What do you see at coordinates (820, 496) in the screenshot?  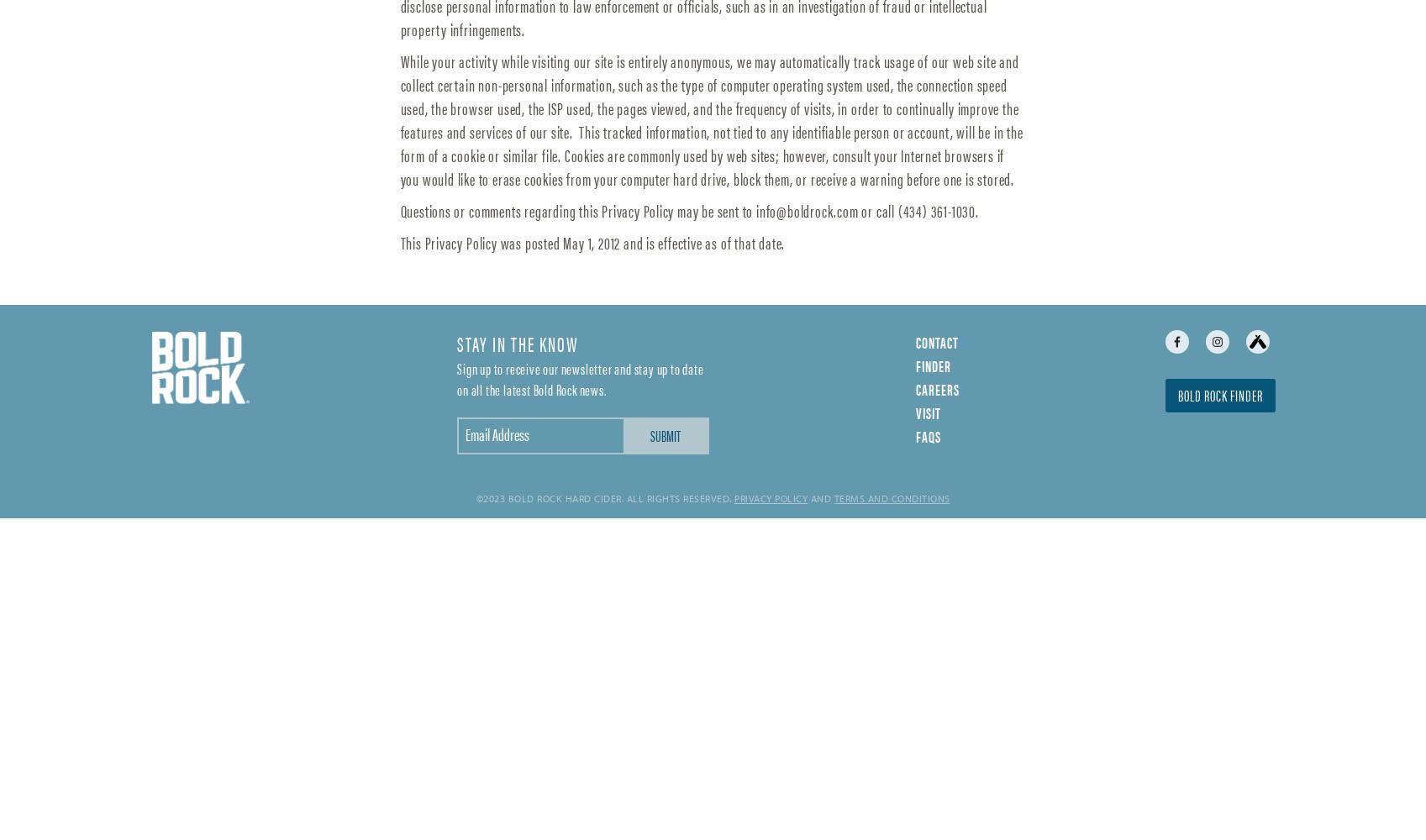 I see `'and'` at bounding box center [820, 496].